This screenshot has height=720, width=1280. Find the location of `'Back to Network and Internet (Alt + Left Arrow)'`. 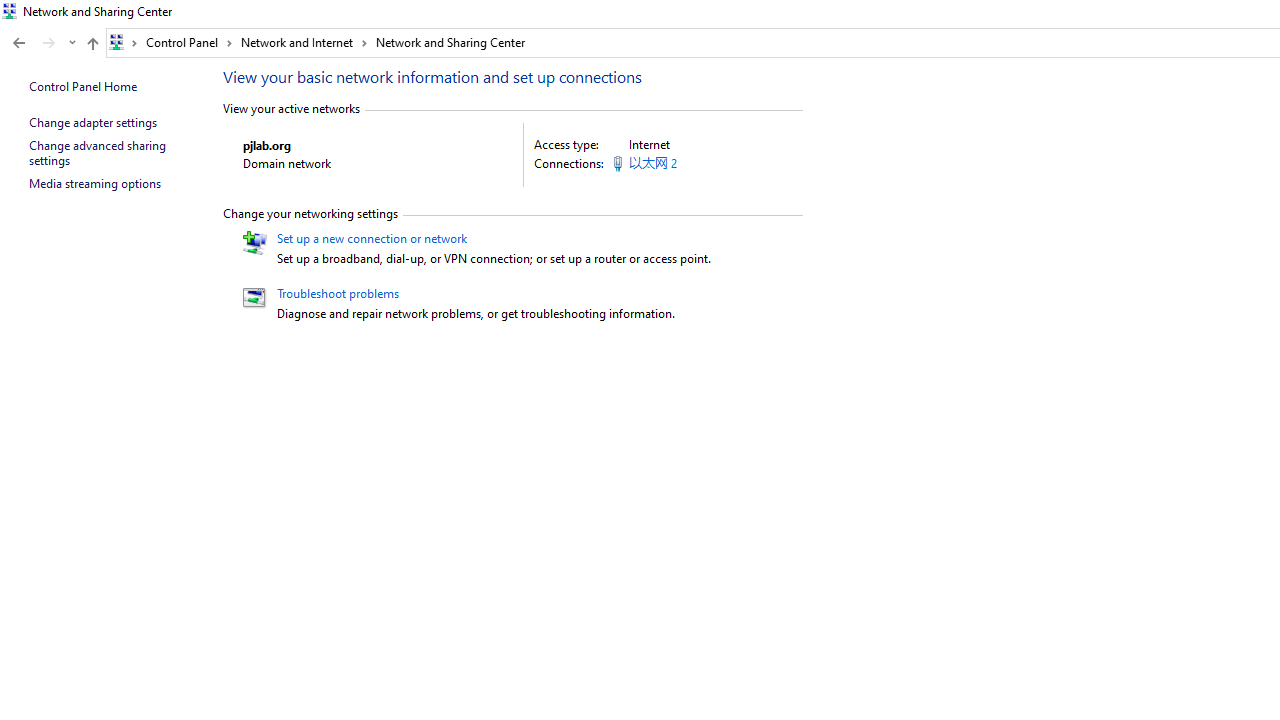

'Back to Network and Internet (Alt + Left Arrow)' is located at coordinates (19, 43).